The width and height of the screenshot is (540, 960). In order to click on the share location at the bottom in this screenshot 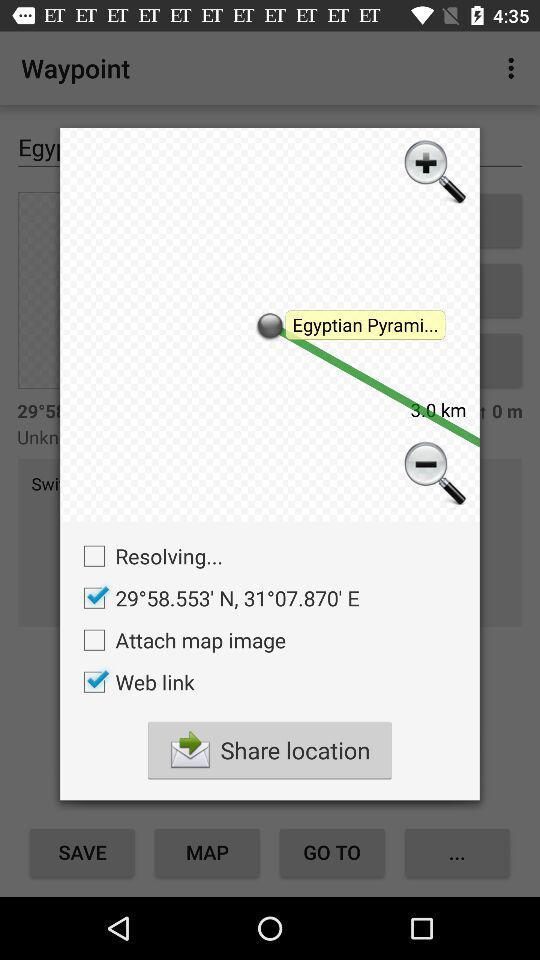, I will do `click(269, 749)`.